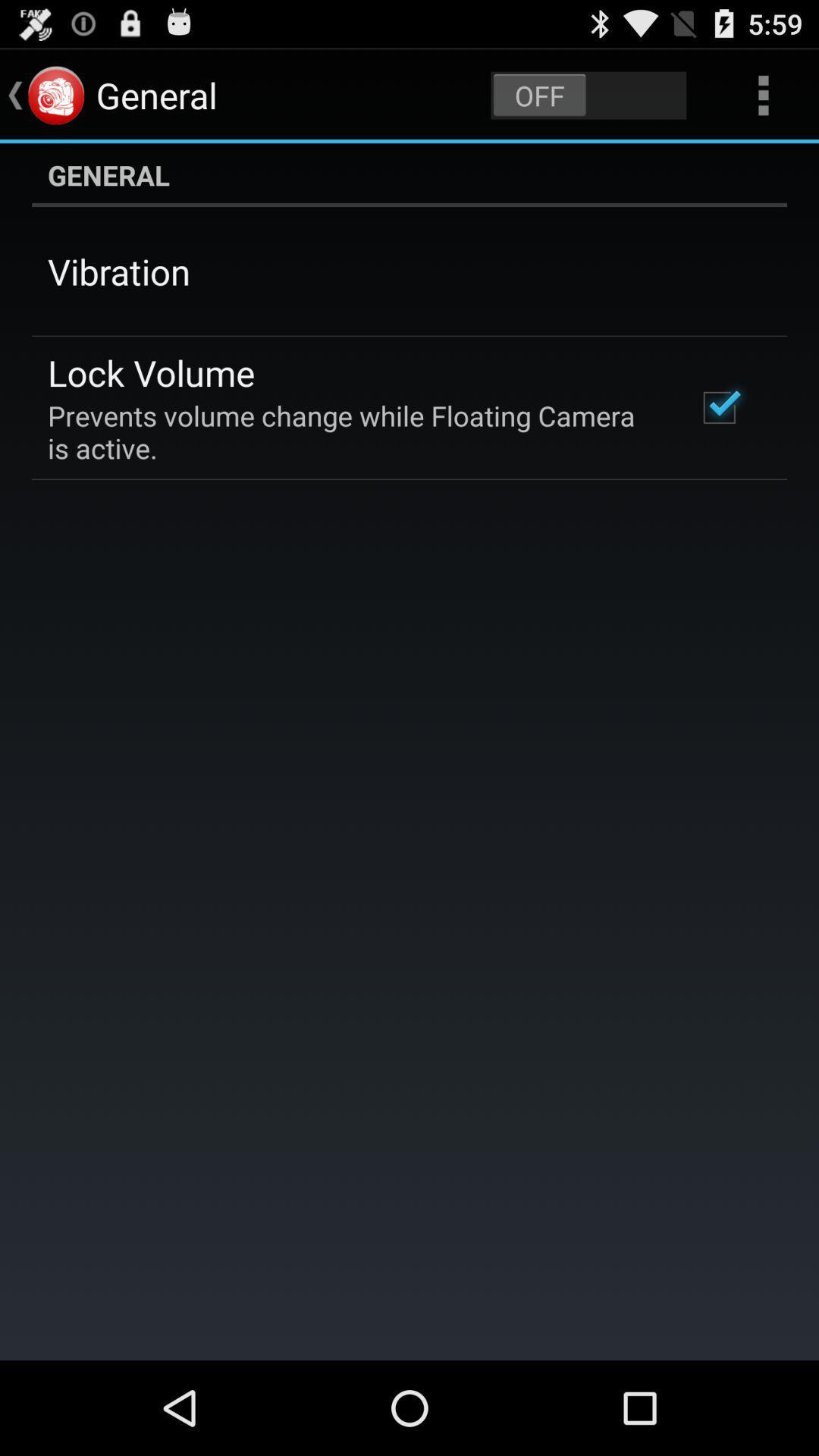 The height and width of the screenshot is (1456, 819). What do you see at coordinates (151, 372) in the screenshot?
I see `lock volume` at bounding box center [151, 372].